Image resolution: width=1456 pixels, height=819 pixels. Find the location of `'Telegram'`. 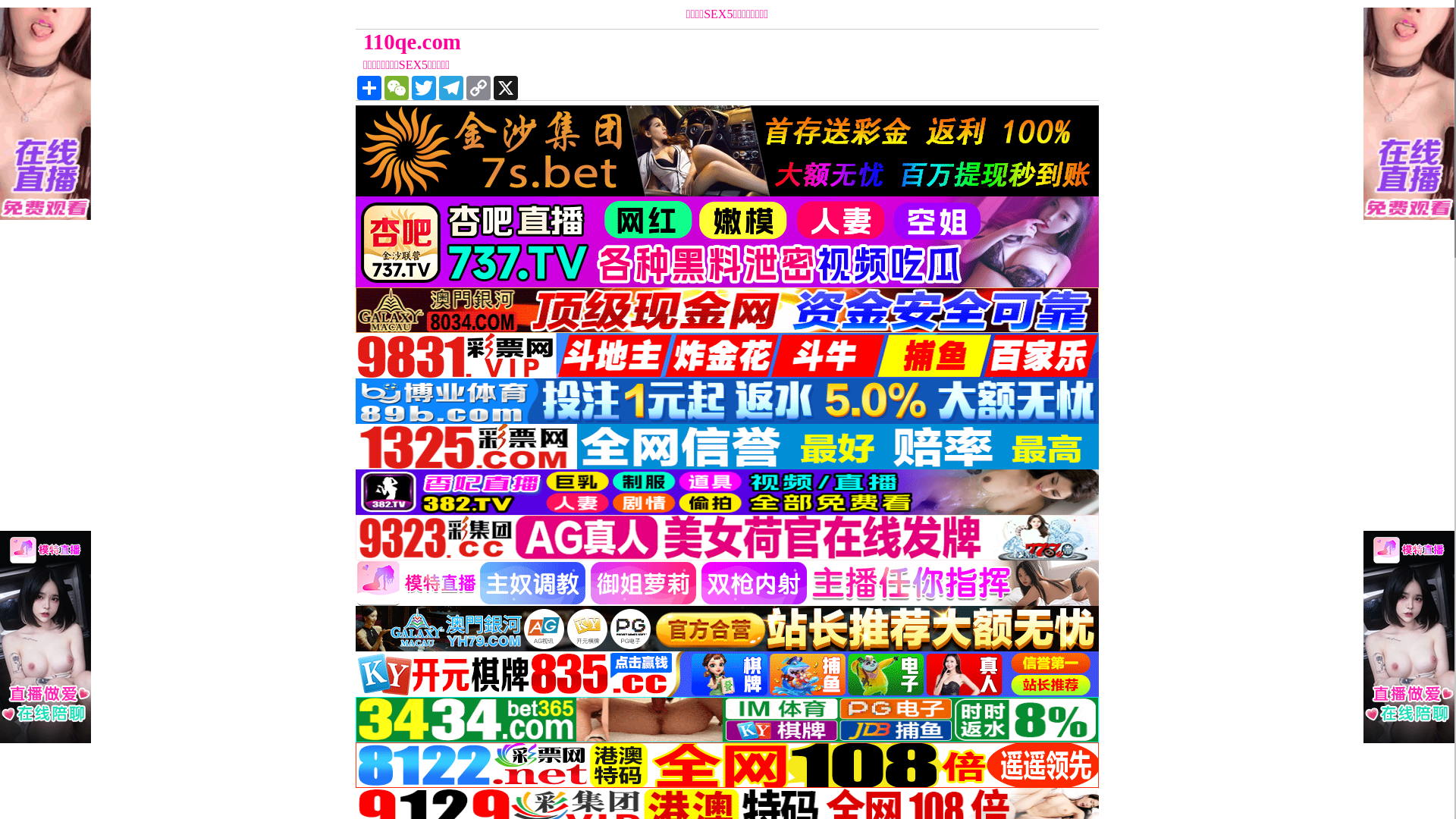

'Telegram' is located at coordinates (436, 87).